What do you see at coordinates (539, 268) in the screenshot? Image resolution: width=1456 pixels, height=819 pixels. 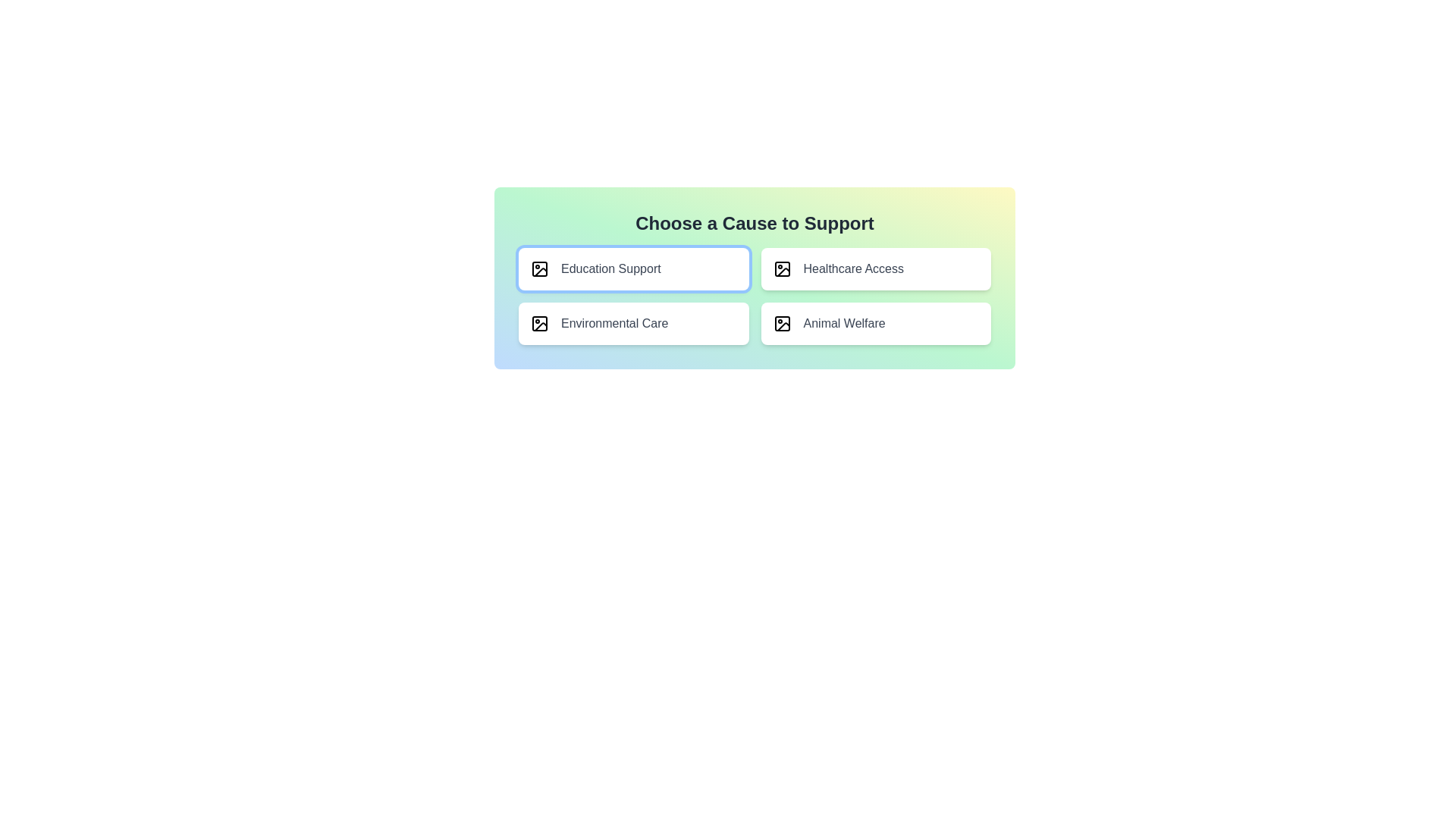 I see `the Decorative graphic element representing 'Education Support' located in the top-left corner of the tile` at bounding box center [539, 268].